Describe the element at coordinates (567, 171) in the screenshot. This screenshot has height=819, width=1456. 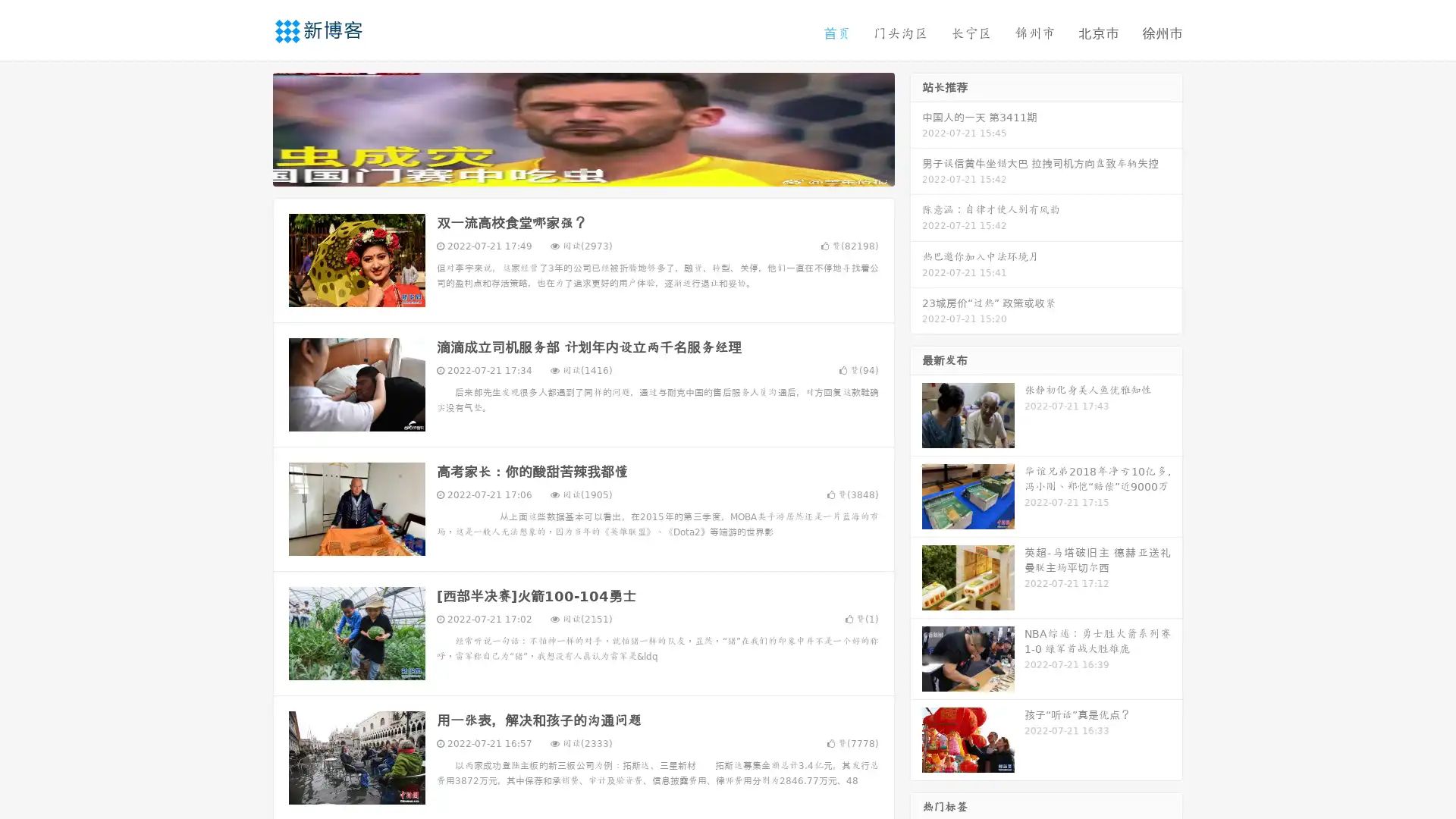
I see `Go to slide 1` at that location.